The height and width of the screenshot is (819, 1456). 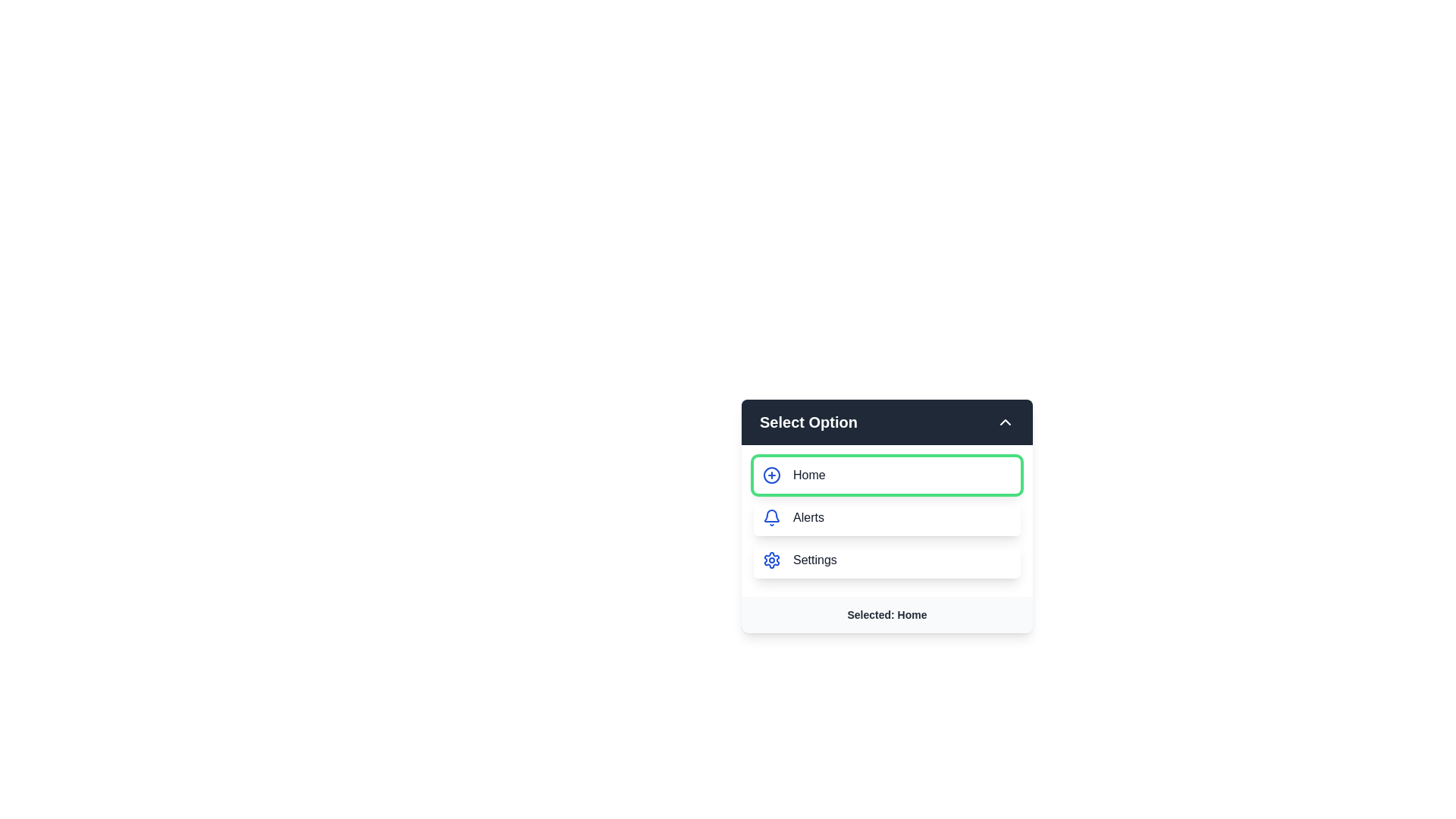 What do you see at coordinates (771, 475) in the screenshot?
I see `the 'Home' icon, which visually represents the 'Home' menu item and is positioned to the left of the text 'Home'` at bounding box center [771, 475].